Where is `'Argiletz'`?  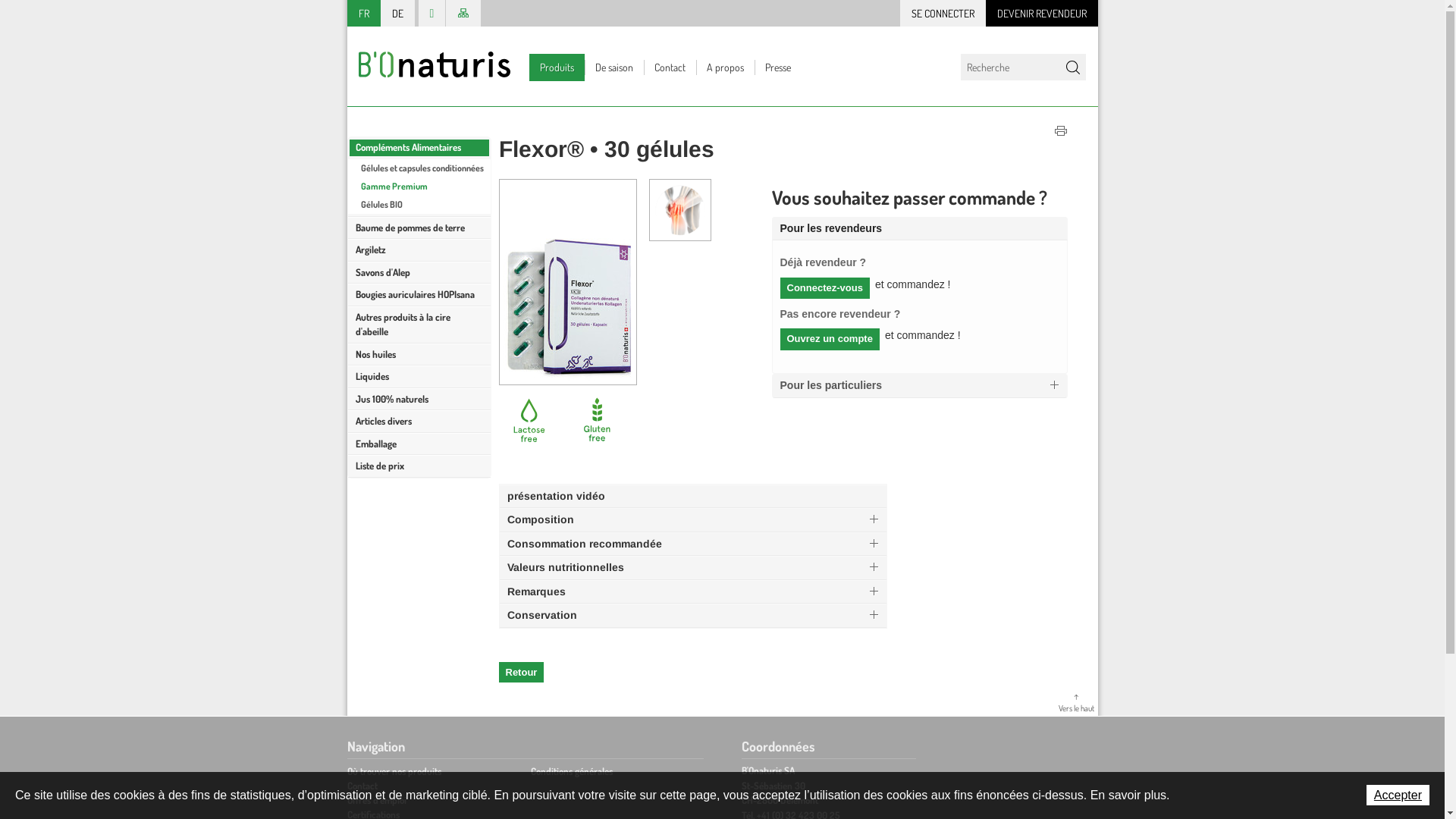
'Argiletz' is located at coordinates (419, 249).